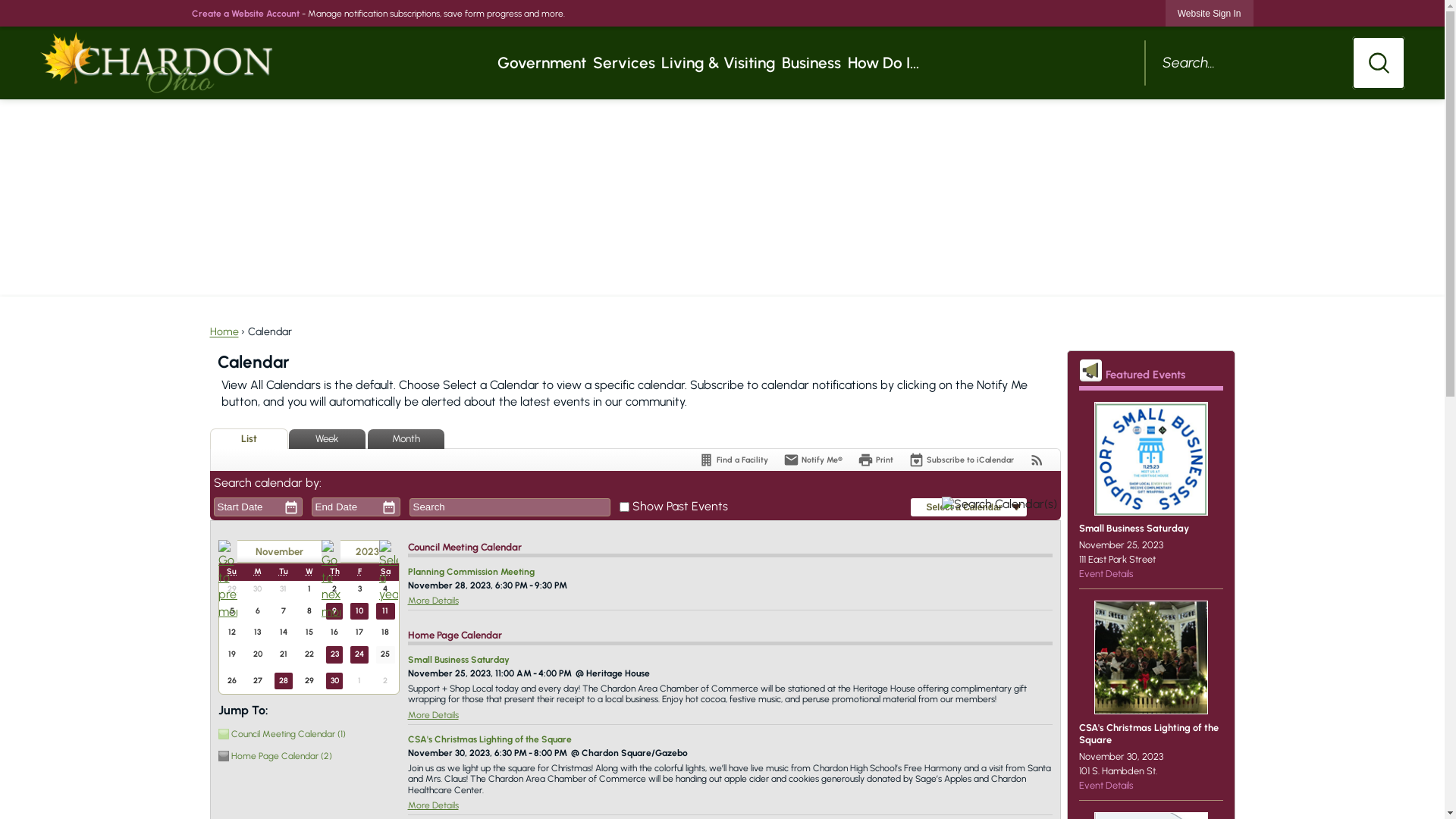 The height and width of the screenshot is (819, 1456). I want to click on '30', so click(334, 680).